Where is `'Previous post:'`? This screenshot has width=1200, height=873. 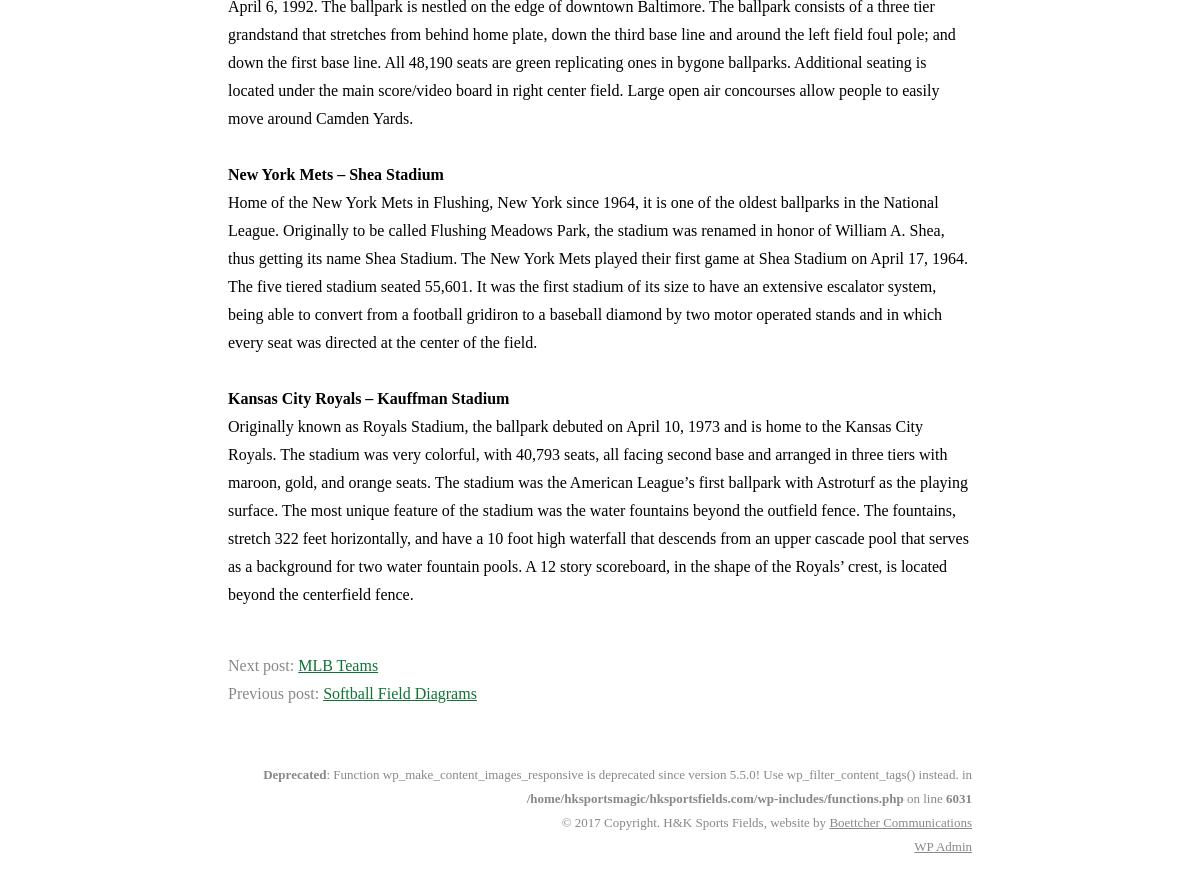 'Previous post:' is located at coordinates (274, 693).